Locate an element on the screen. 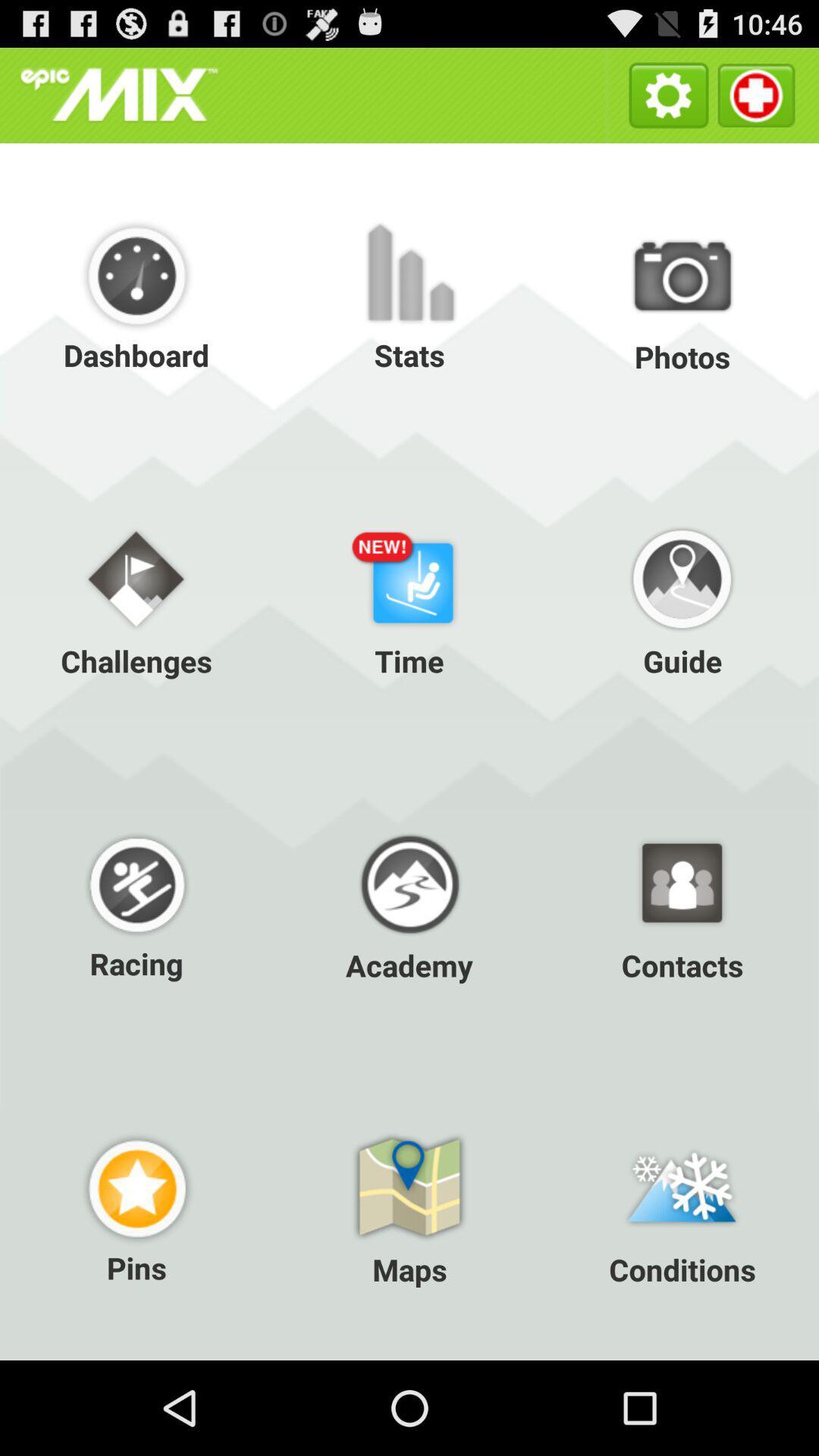  the button next to the dashboard is located at coordinates (409, 295).